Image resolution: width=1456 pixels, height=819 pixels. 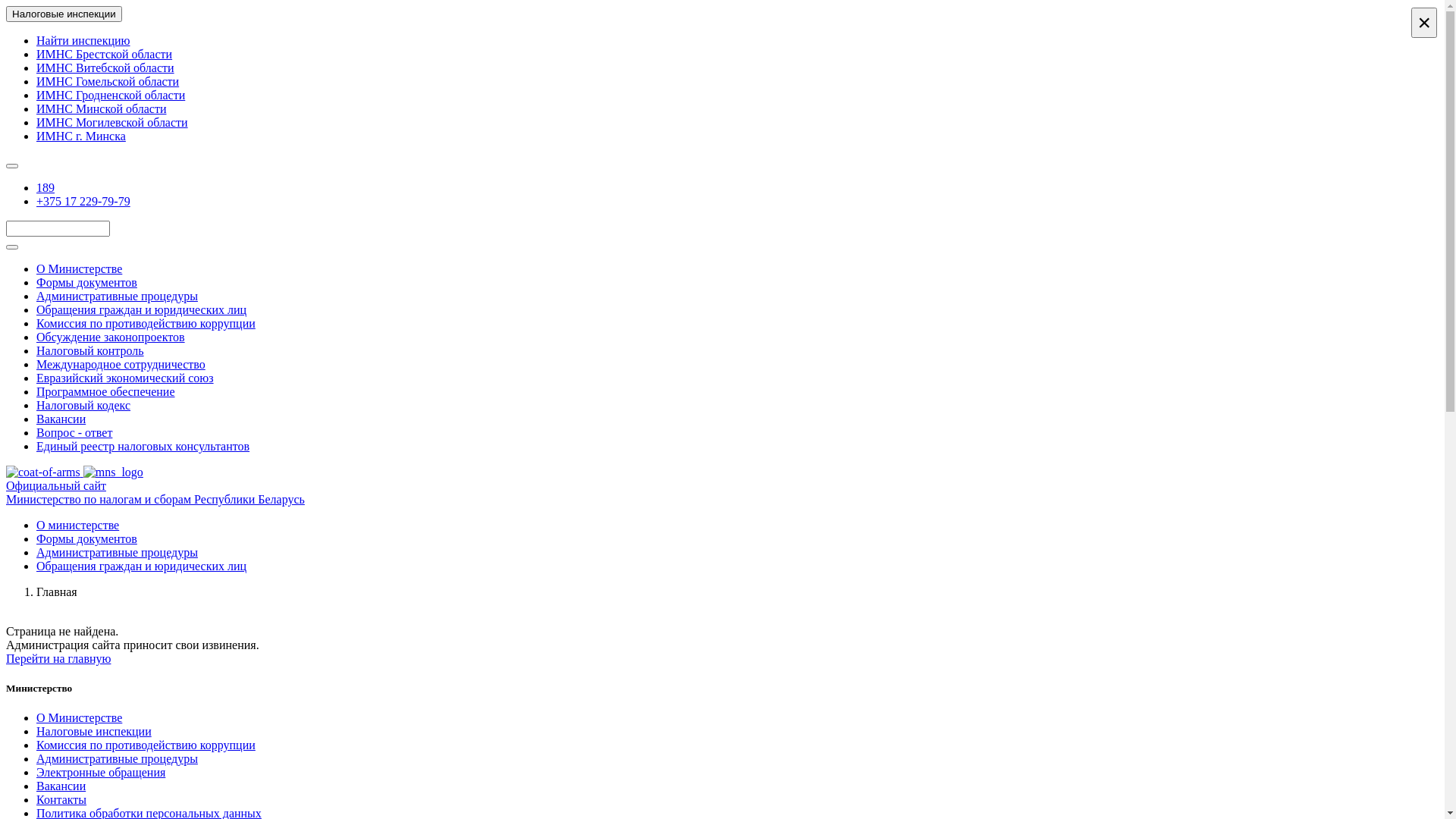 What do you see at coordinates (83, 200) in the screenshot?
I see `'+375 17 229-79-79'` at bounding box center [83, 200].